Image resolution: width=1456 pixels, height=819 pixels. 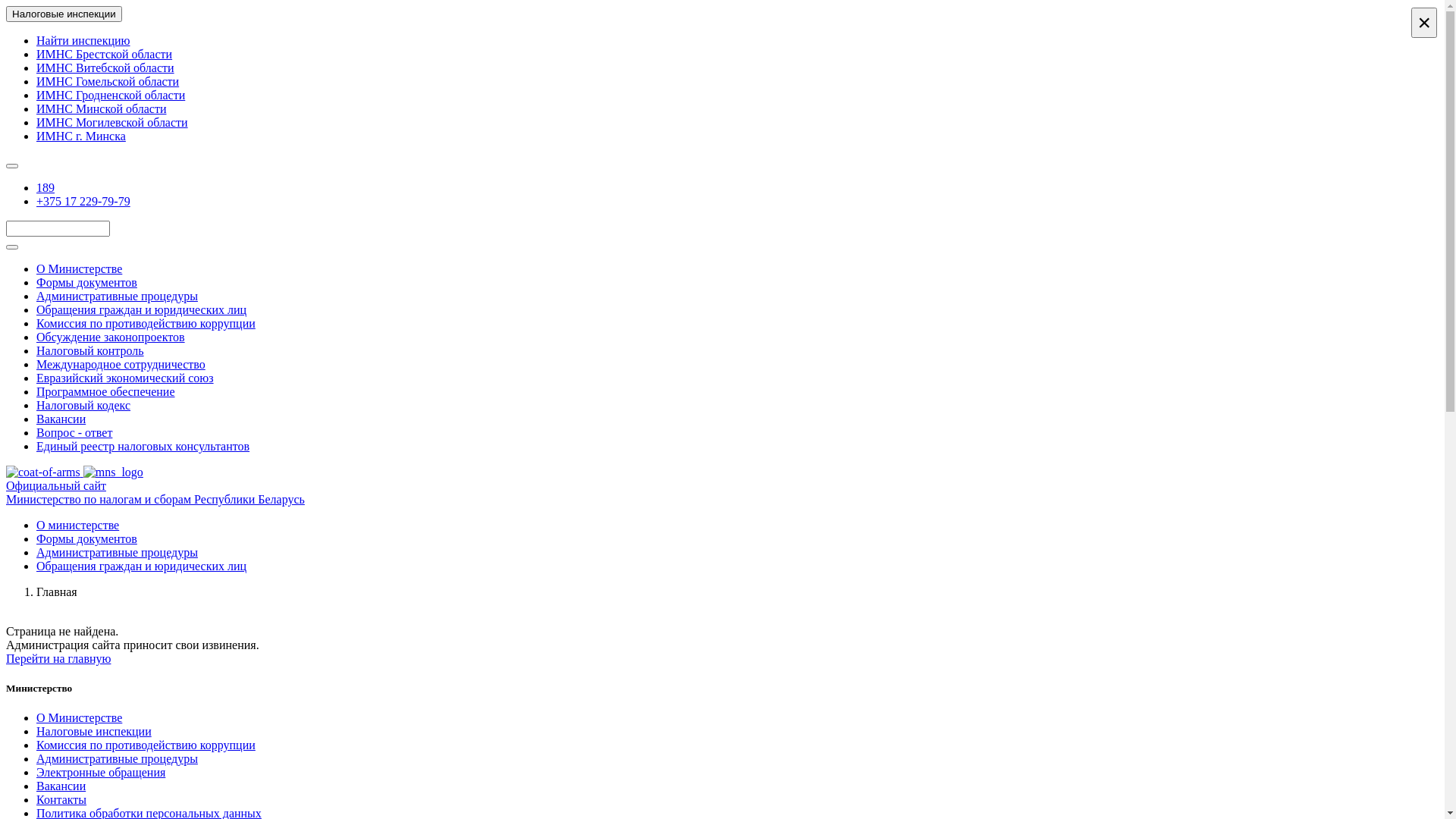 What do you see at coordinates (83, 200) in the screenshot?
I see `'+375 17 229-79-79'` at bounding box center [83, 200].